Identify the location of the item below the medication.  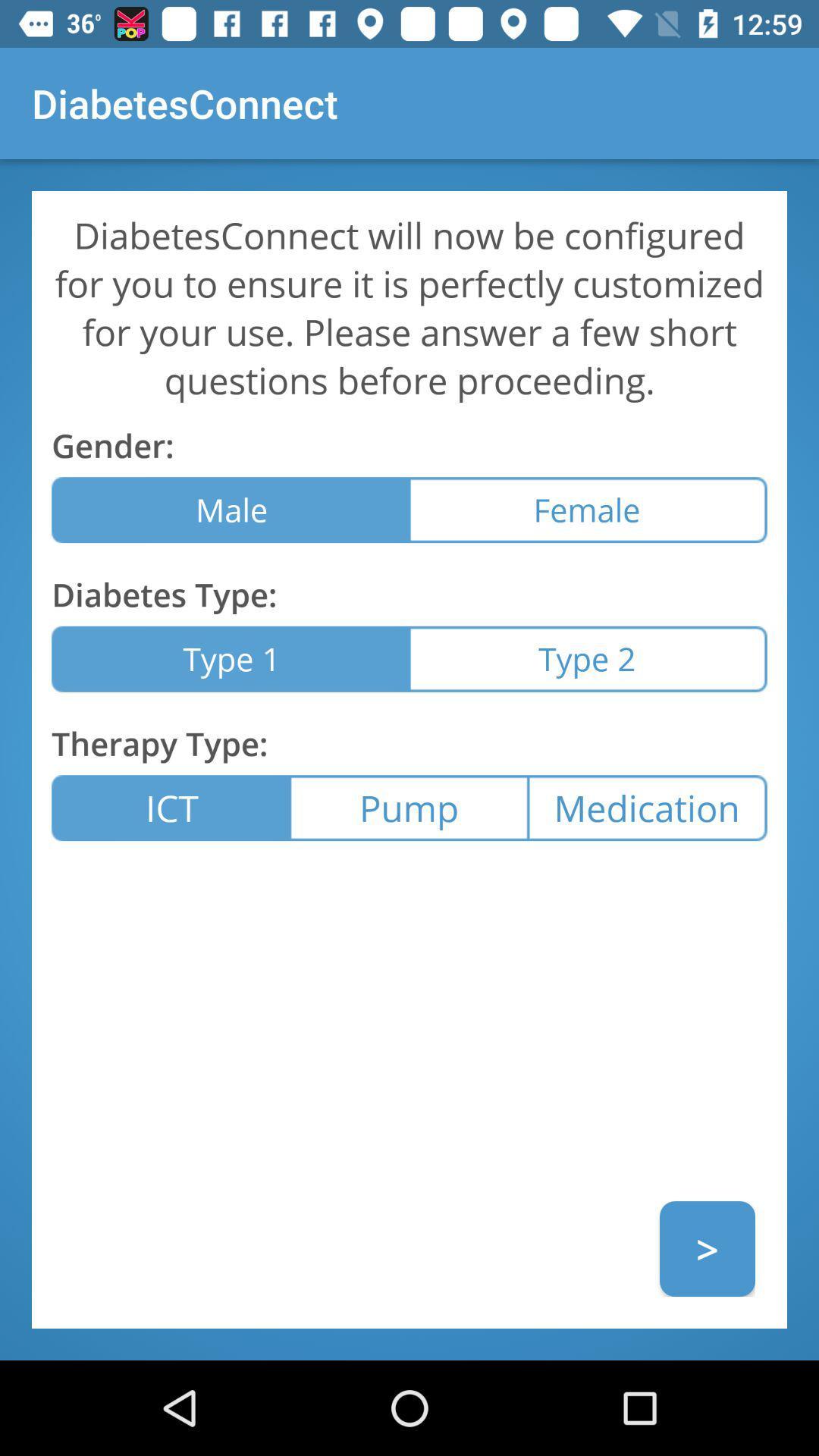
(708, 1248).